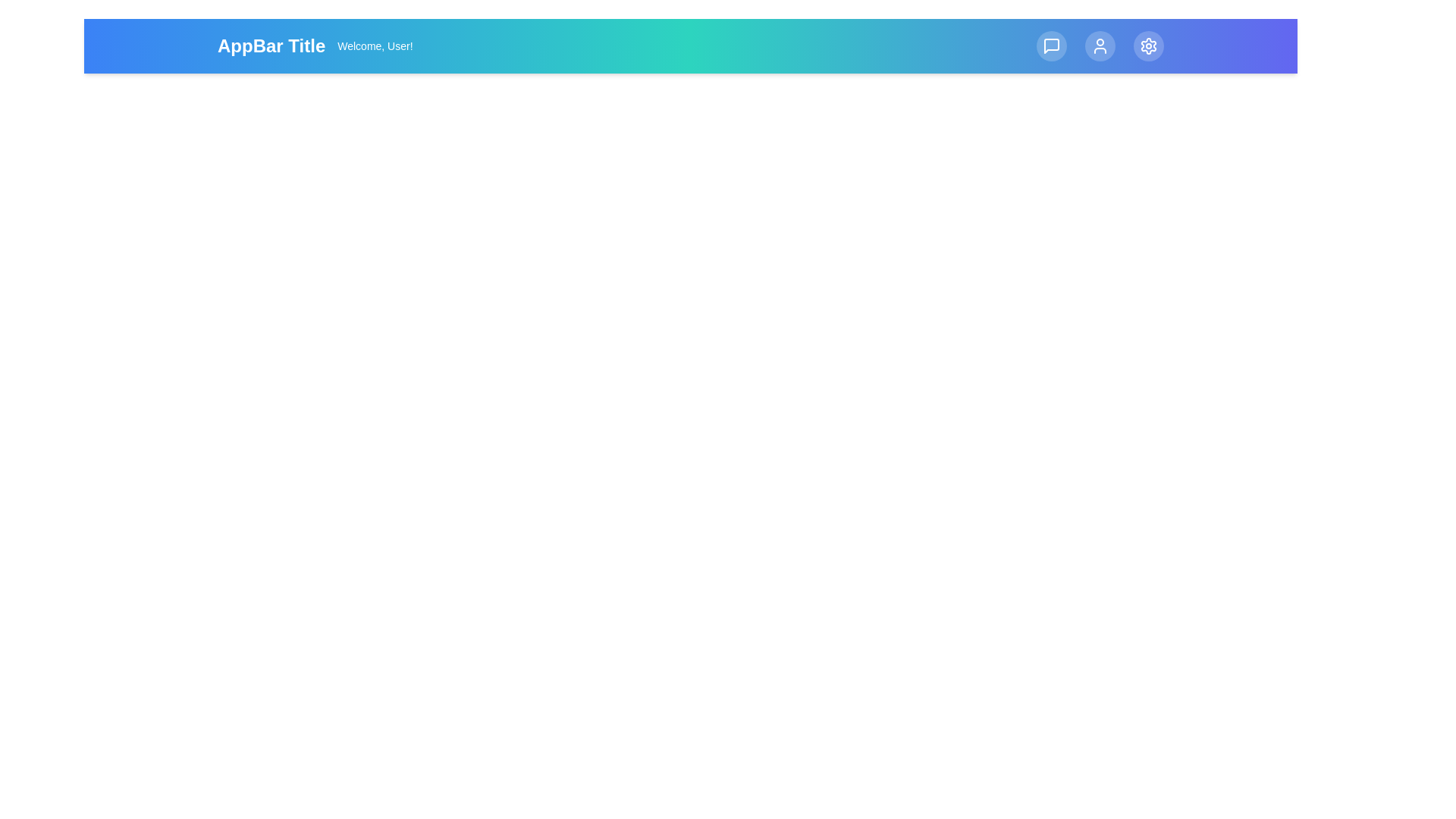  Describe the element at coordinates (1149, 45) in the screenshot. I see `the 'Settings' button` at that location.